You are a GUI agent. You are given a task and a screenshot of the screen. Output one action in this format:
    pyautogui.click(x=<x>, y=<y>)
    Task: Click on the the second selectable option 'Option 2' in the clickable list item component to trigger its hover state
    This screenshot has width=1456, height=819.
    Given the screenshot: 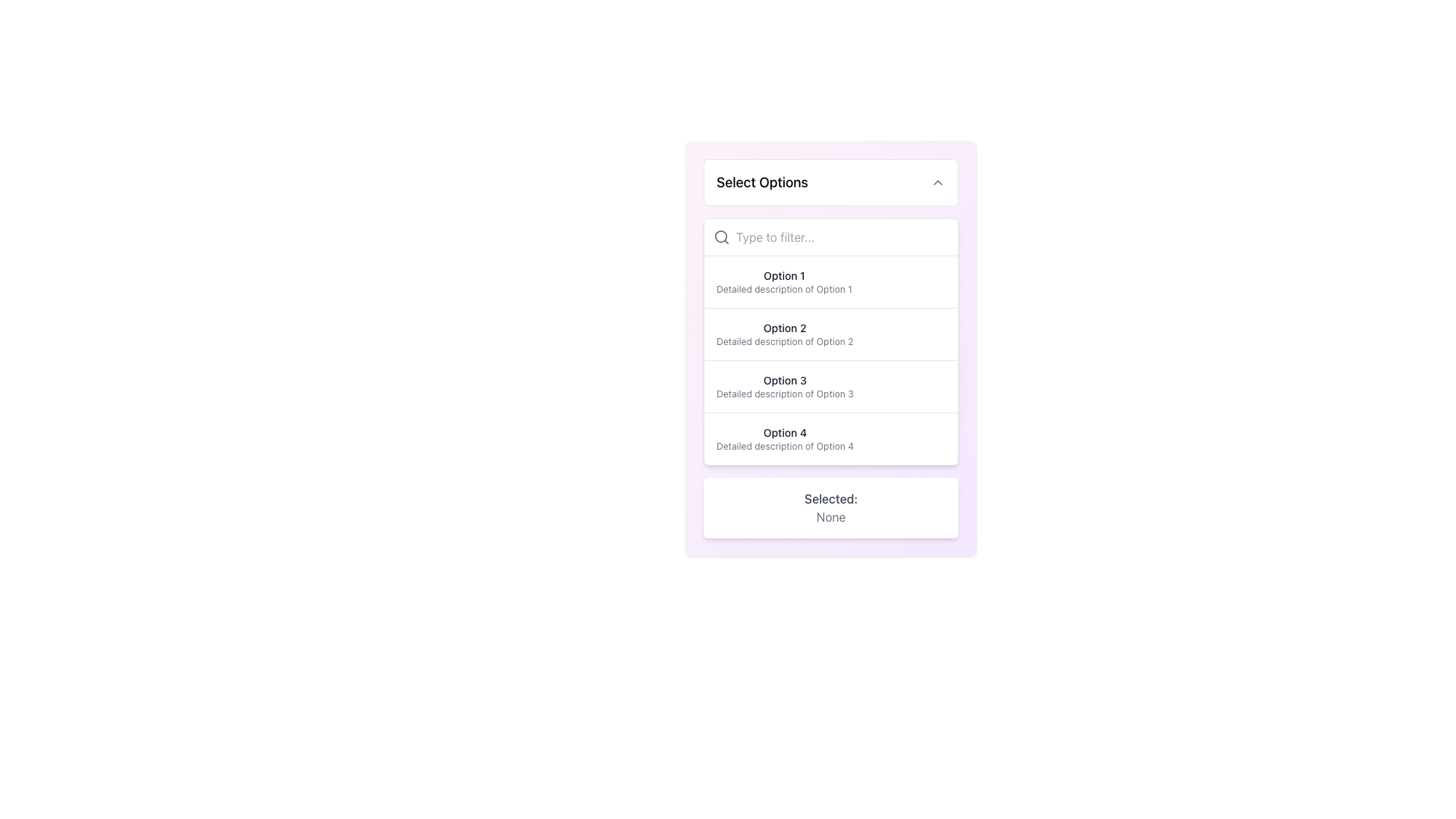 What is the action you would take?
    pyautogui.click(x=830, y=332)
    